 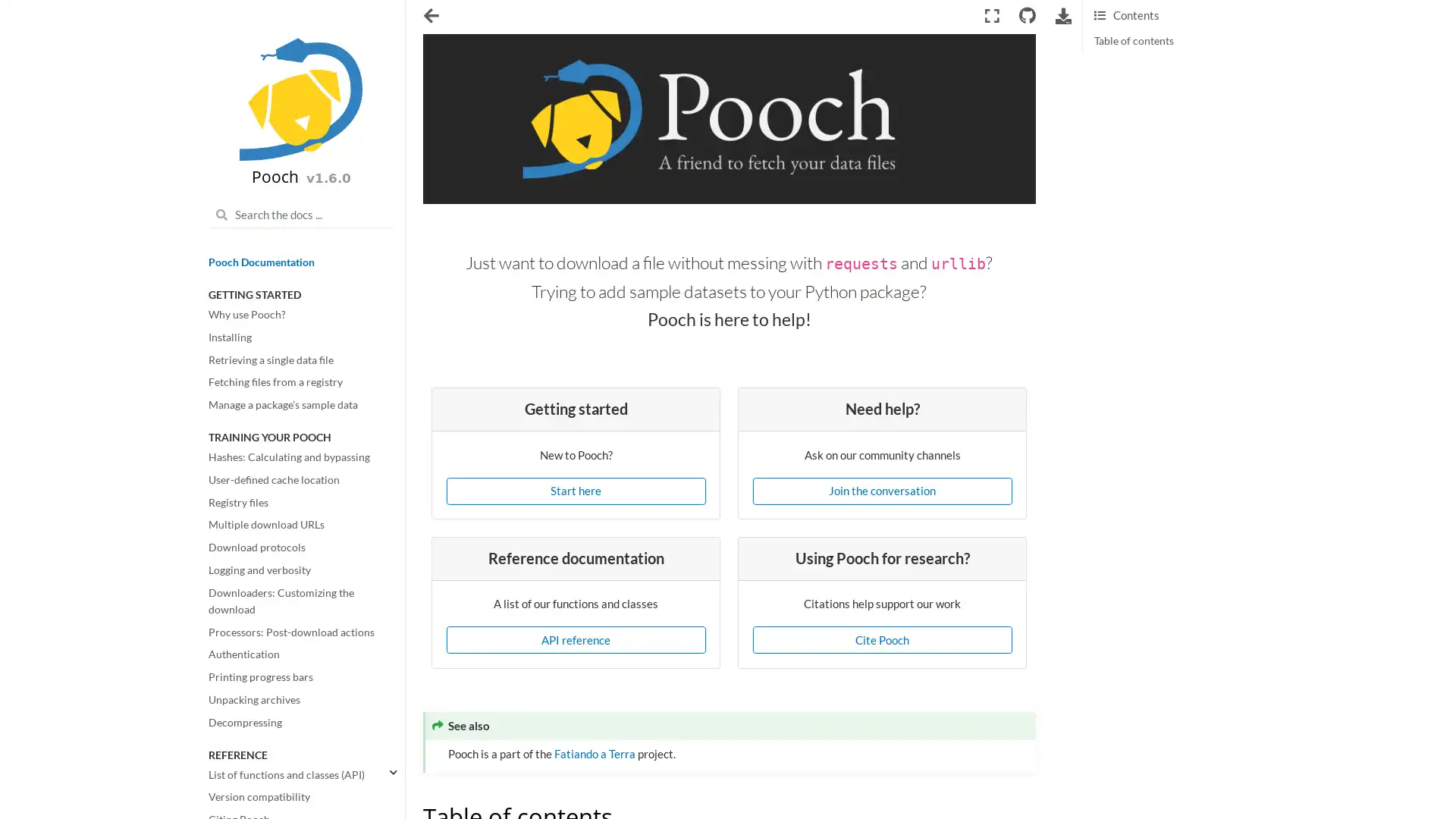 I want to click on Download this page, so click(x=1062, y=15).